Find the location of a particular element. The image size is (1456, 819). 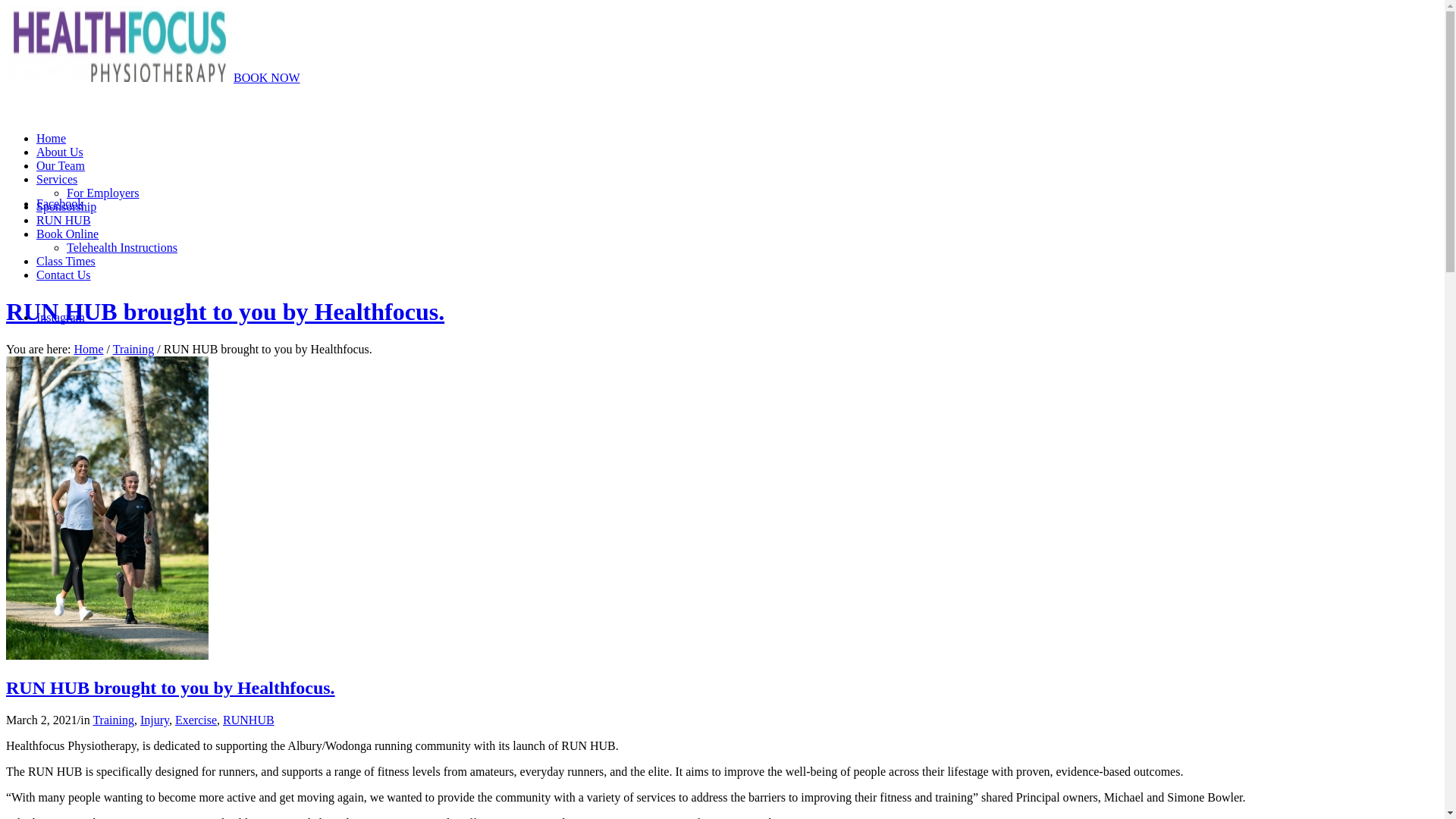

'RUN HUB' is located at coordinates (62, 220).